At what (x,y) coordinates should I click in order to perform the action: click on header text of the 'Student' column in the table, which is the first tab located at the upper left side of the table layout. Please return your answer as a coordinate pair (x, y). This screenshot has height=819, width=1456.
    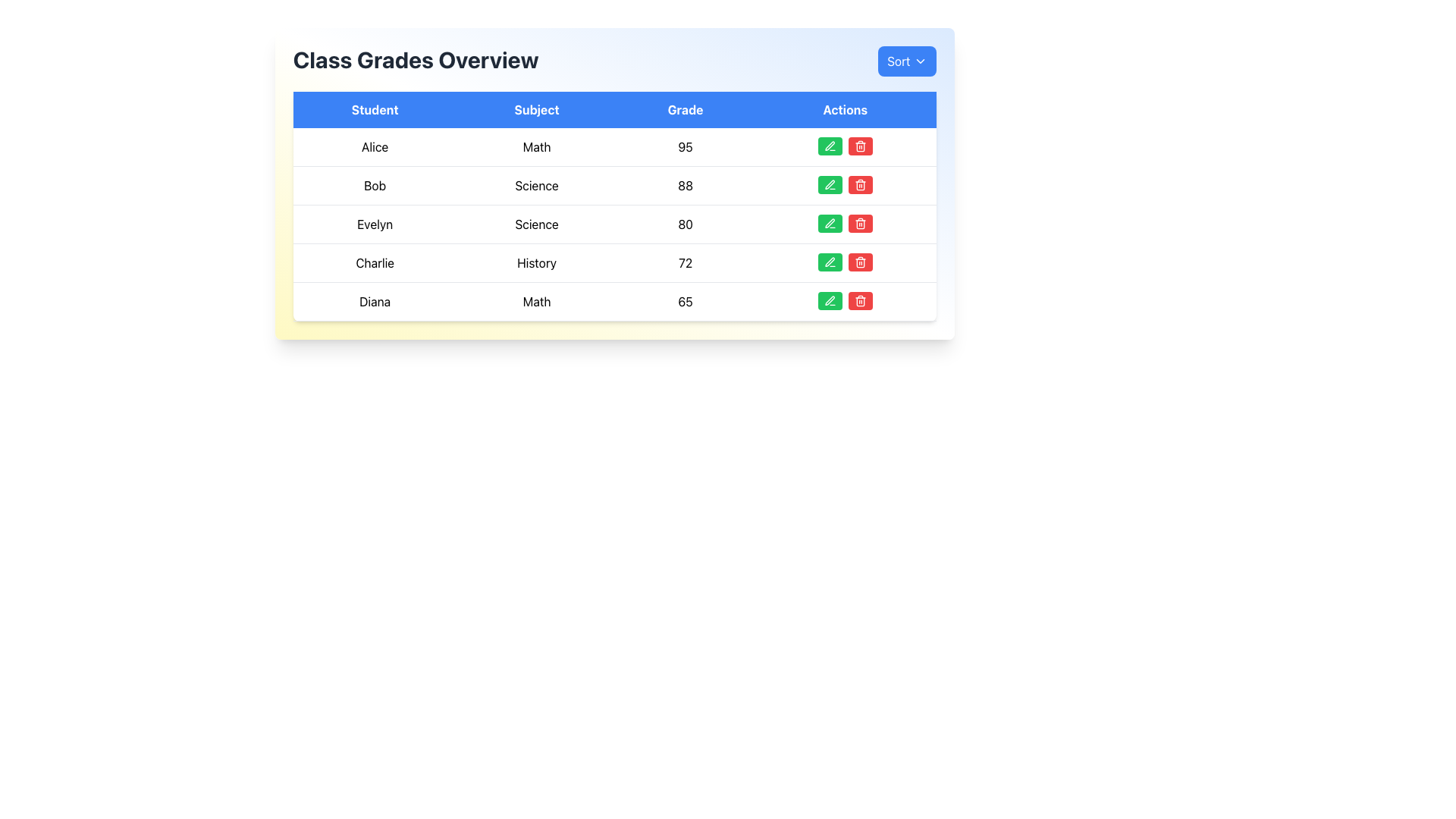
    Looking at the image, I should click on (375, 109).